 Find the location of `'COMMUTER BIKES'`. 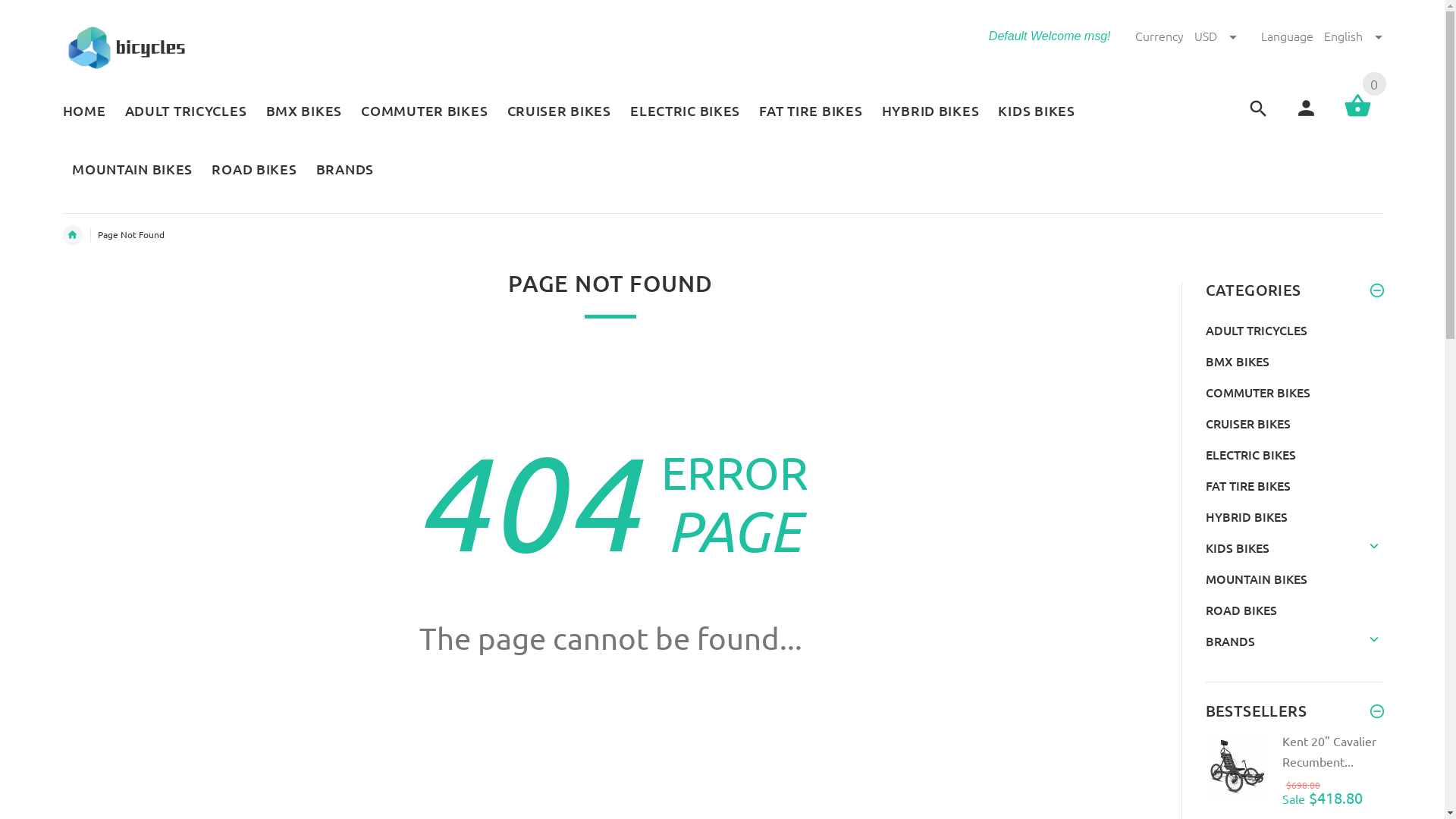

'COMMUTER BIKES' is located at coordinates (1258, 391).